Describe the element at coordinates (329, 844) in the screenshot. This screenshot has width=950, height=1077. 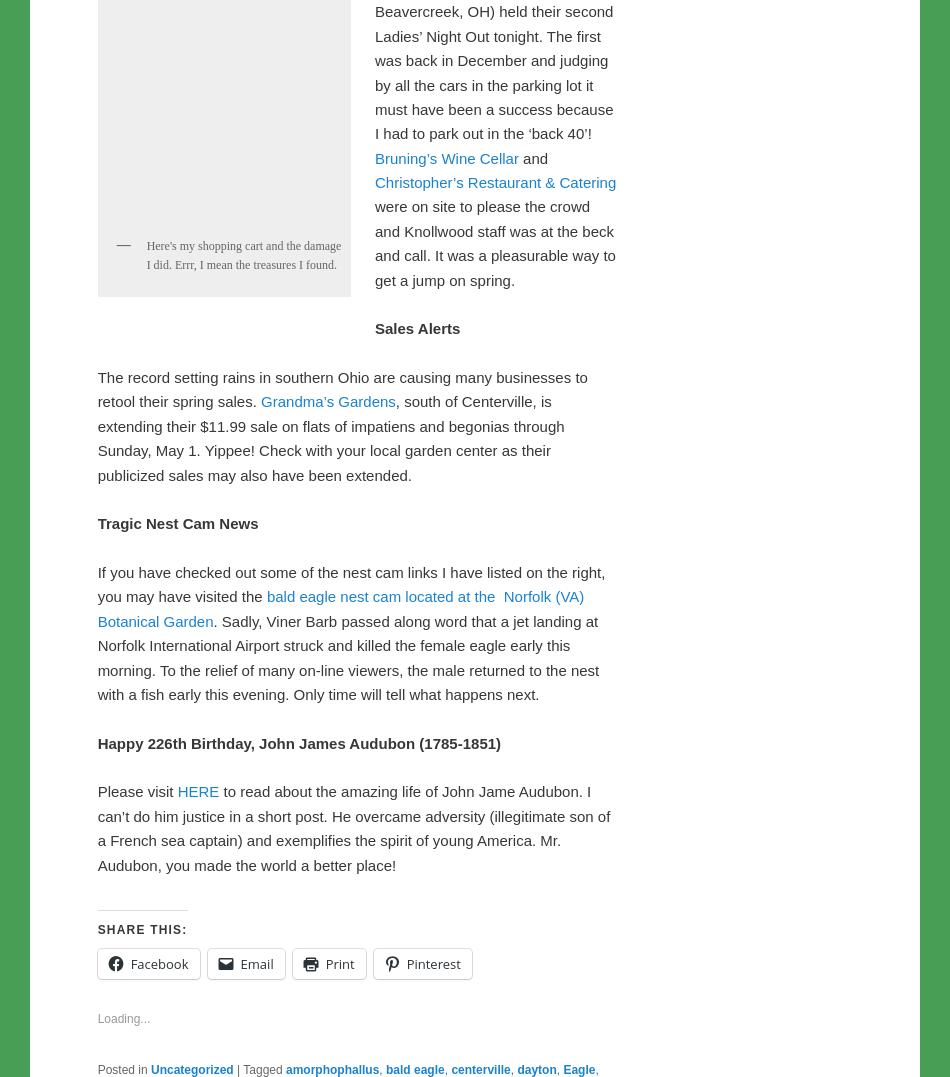
I see `', south of Centerville, is extending their $11.99 sale on flats of impatiens and begonias through Sunday, May 1. Yippee!'` at that location.